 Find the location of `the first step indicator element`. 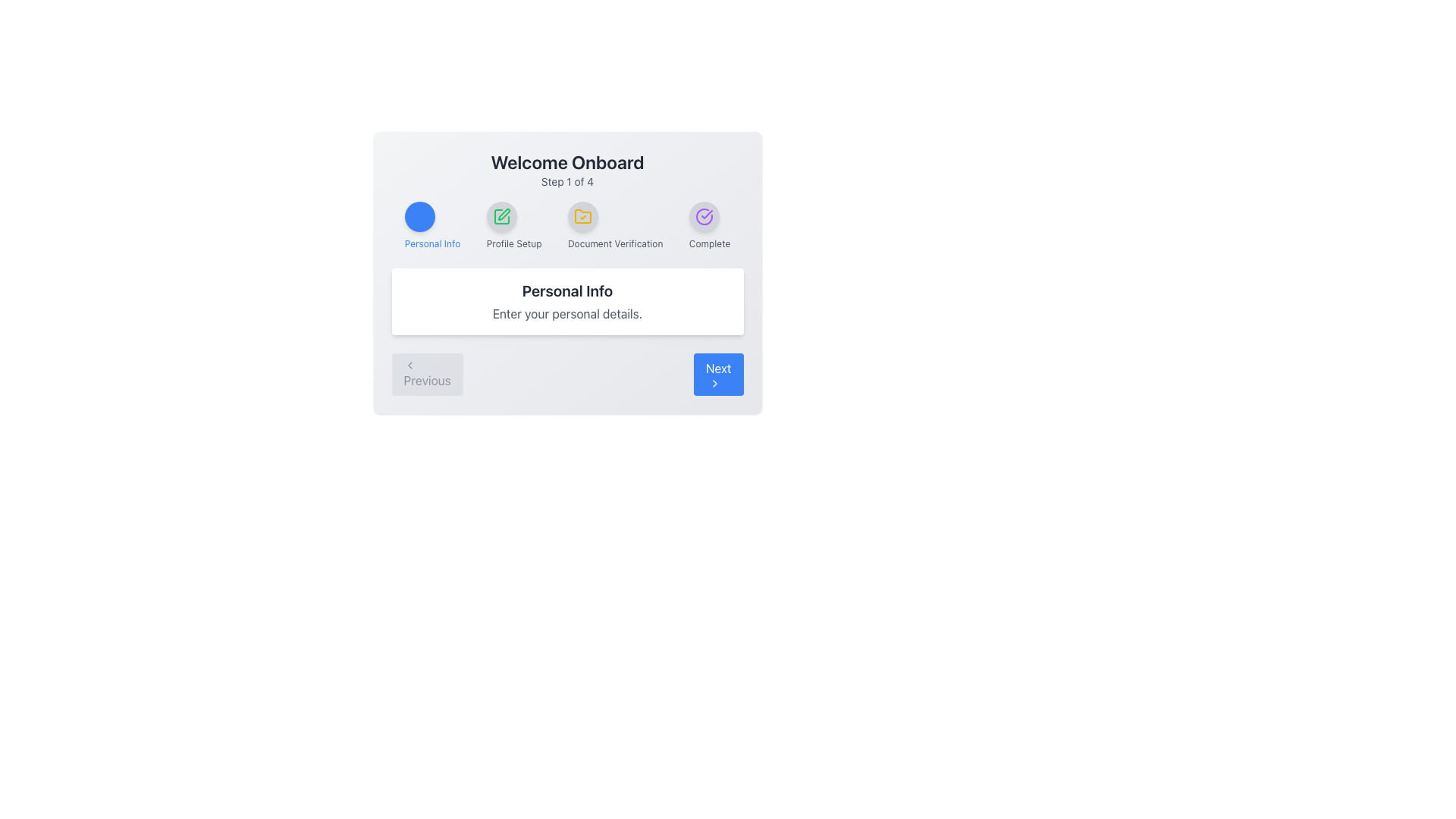

the first step indicator element is located at coordinates (431, 225).